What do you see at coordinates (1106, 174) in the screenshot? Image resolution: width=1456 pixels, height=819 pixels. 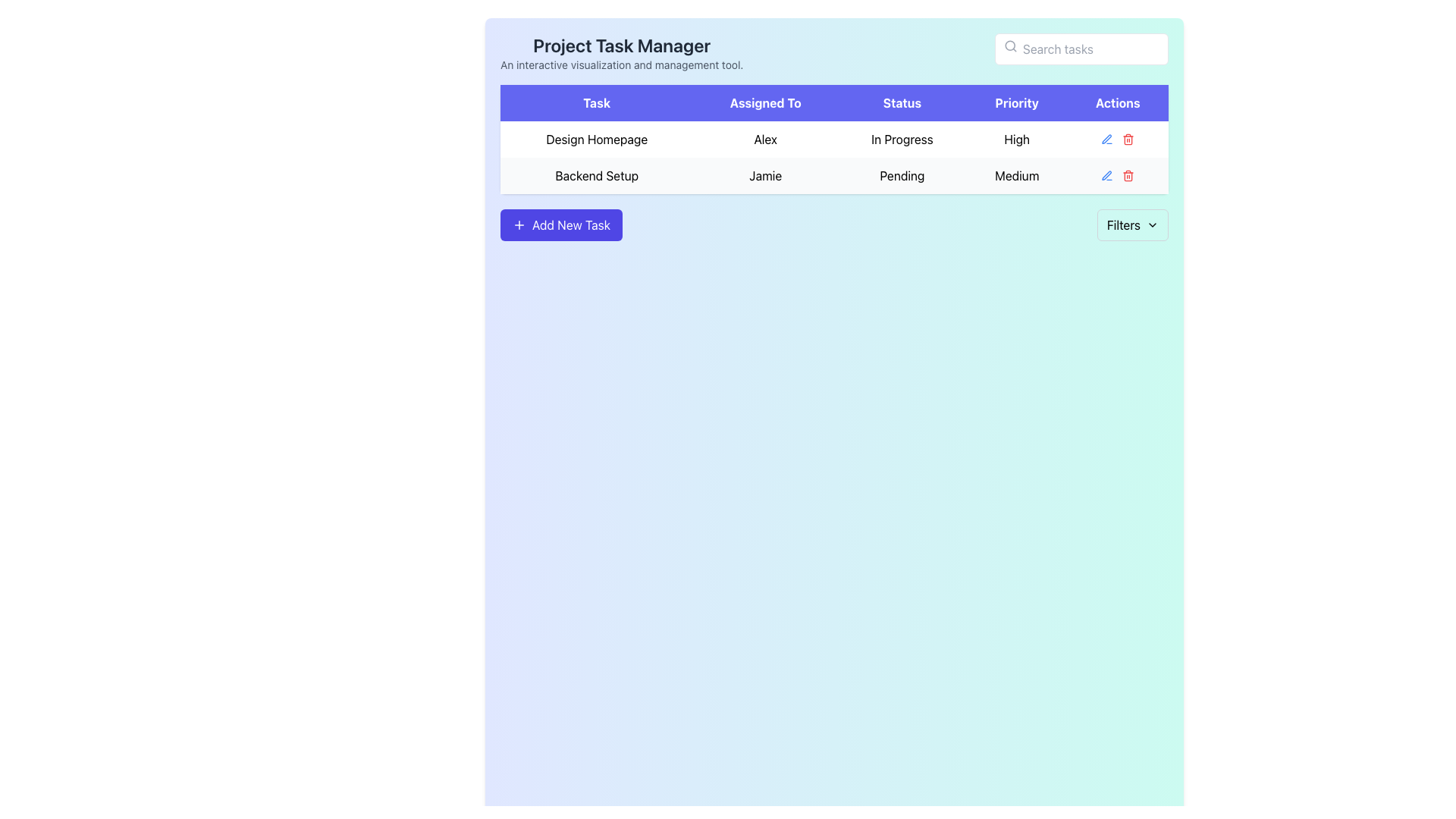 I see `the SVG-based pen icon for edit functions in the 'Actions' section of the 'Backend Setup' row` at bounding box center [1106, 174].